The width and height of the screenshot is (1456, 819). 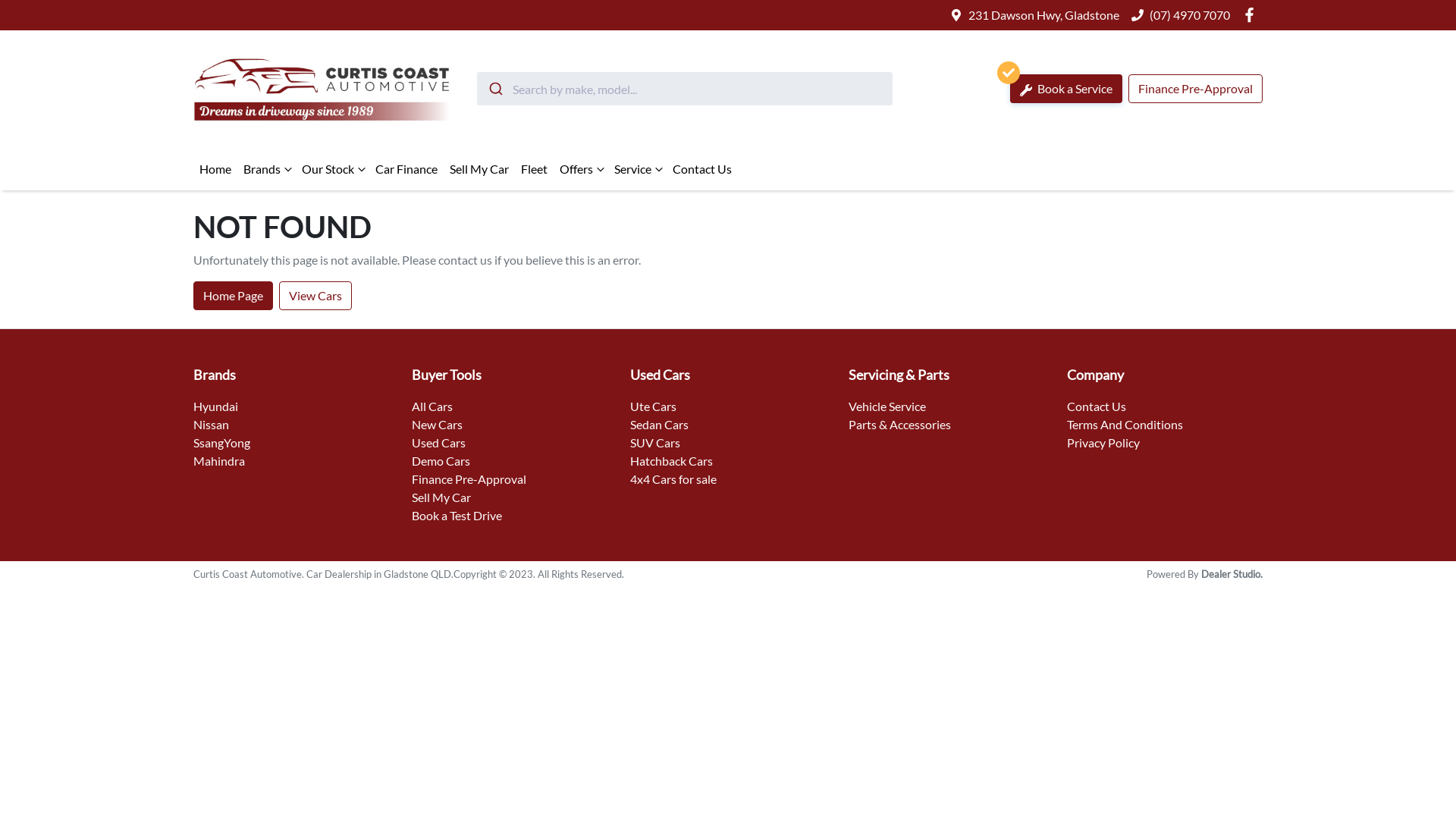 I want to click on 'View Cars', so click(x=315, y=295).